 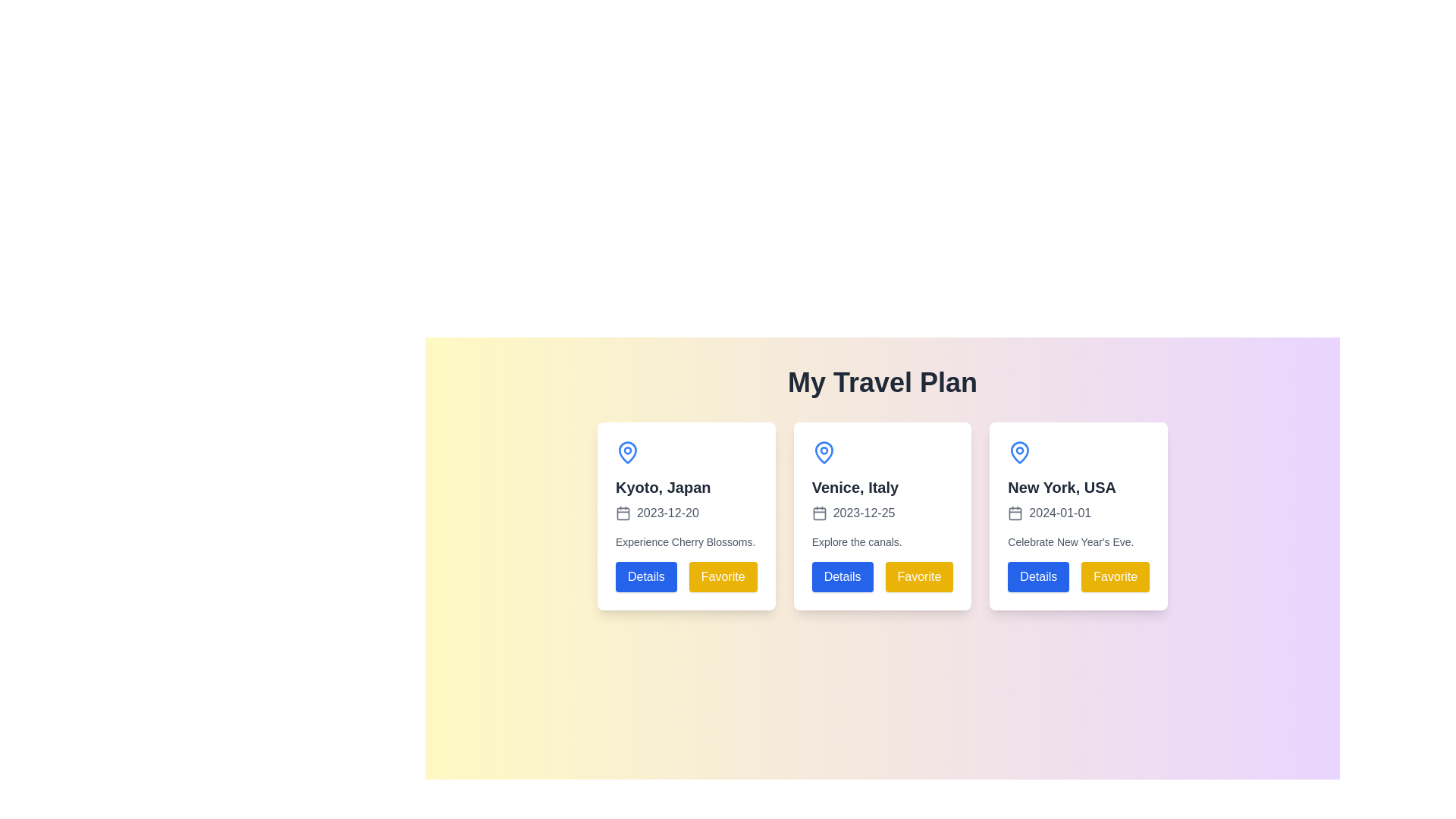 What do you see at coordinates (686, 576) in the screenshot?
I see `the 'Favorite' button, which is the right button in the blue and yellow button group below the 'Experience Cherry Blossoms' text` at bounding box center [686, 576].